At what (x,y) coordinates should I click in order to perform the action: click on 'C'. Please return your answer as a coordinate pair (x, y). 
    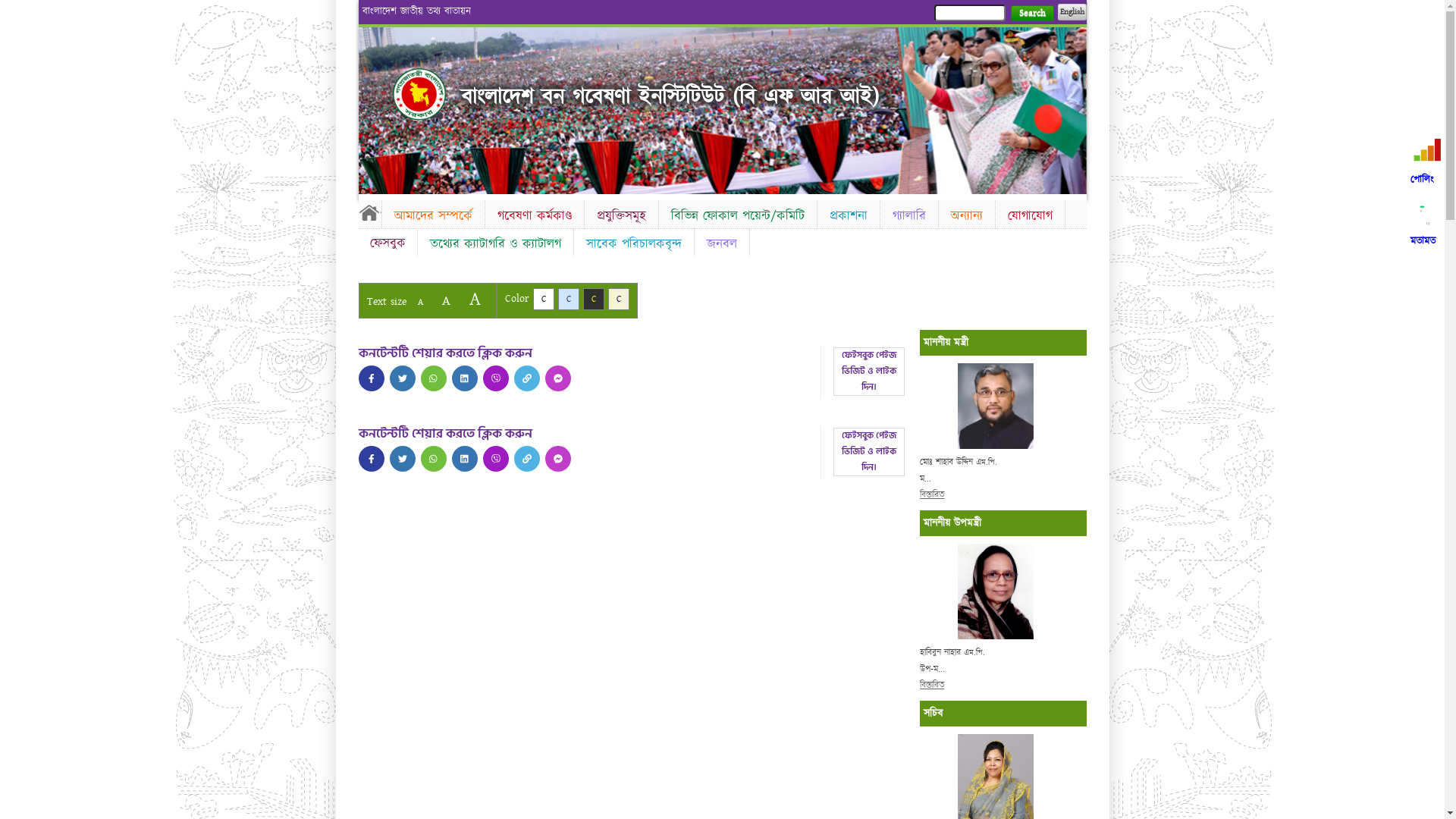
    Looking at the image, I should click on (619, 299).